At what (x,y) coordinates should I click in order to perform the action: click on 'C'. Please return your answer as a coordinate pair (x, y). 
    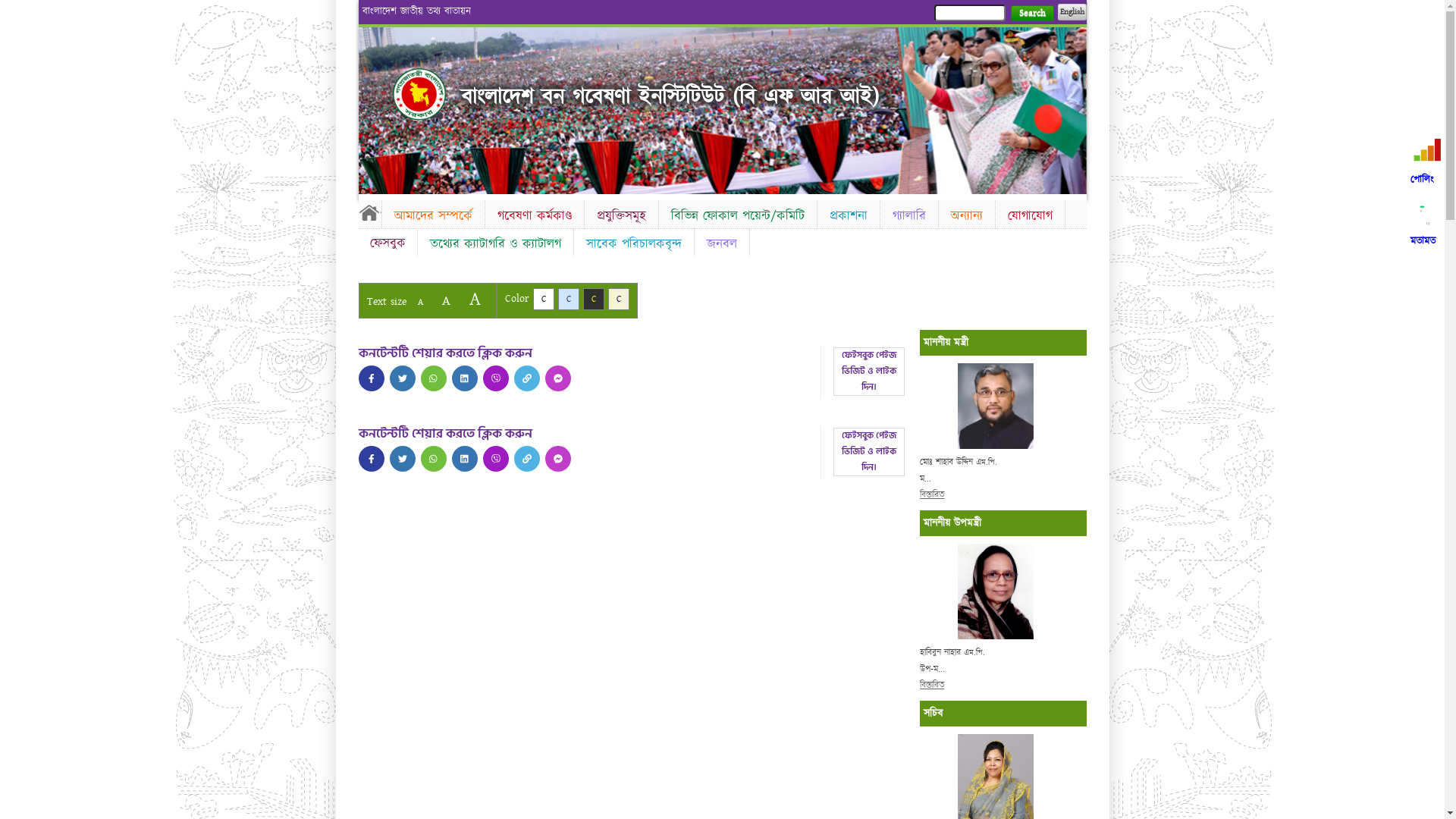
    Looking at the image, I should click on (619, 299).